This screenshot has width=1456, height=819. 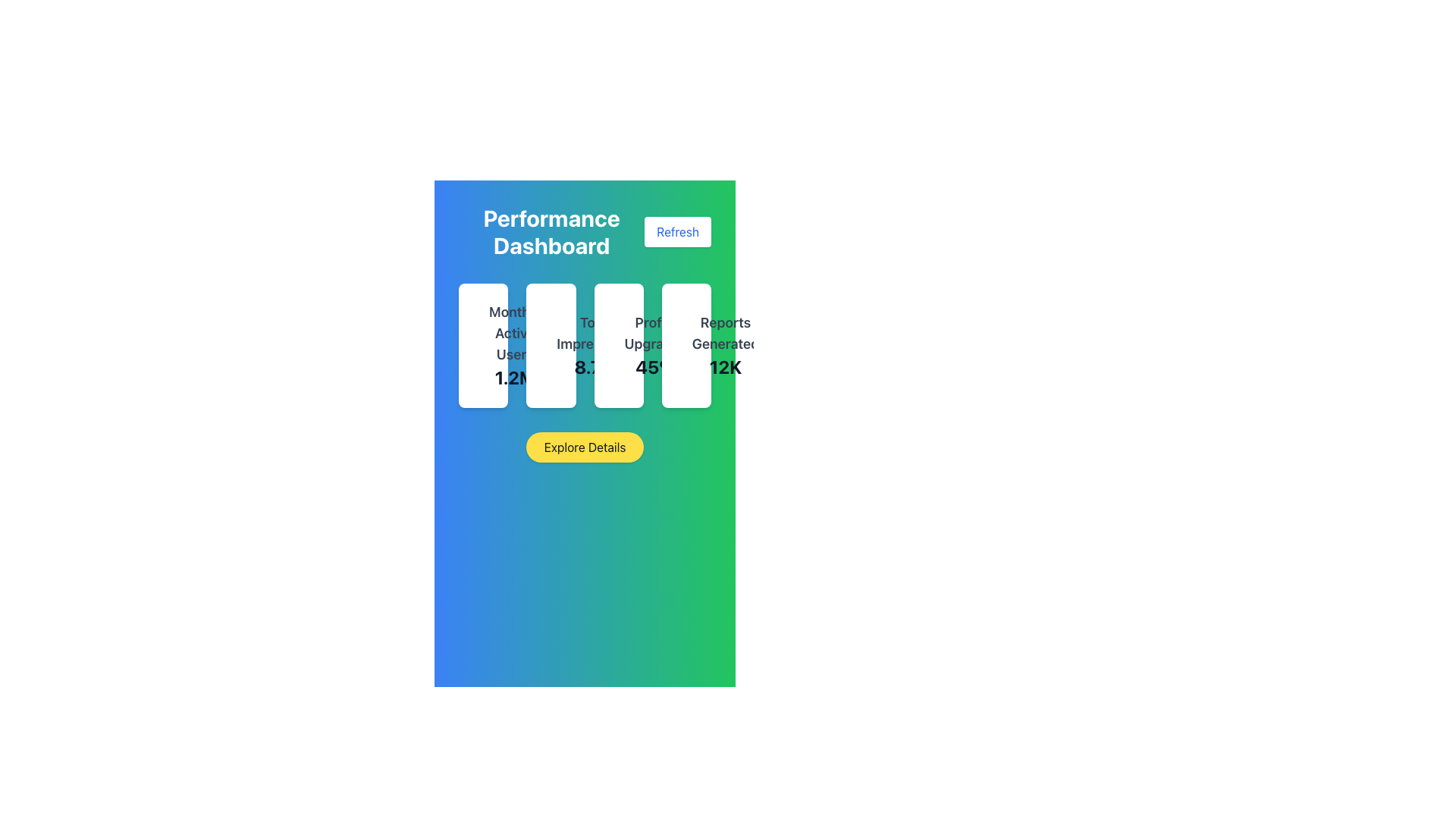 What do you see at coordinates (584, 345) in the screenshot?
I see `metrics displayed in the entire grid layout located beneath the 'Performance Dashboard' heading and above the 'Explore Details' button` at bounding box center [584, 345].